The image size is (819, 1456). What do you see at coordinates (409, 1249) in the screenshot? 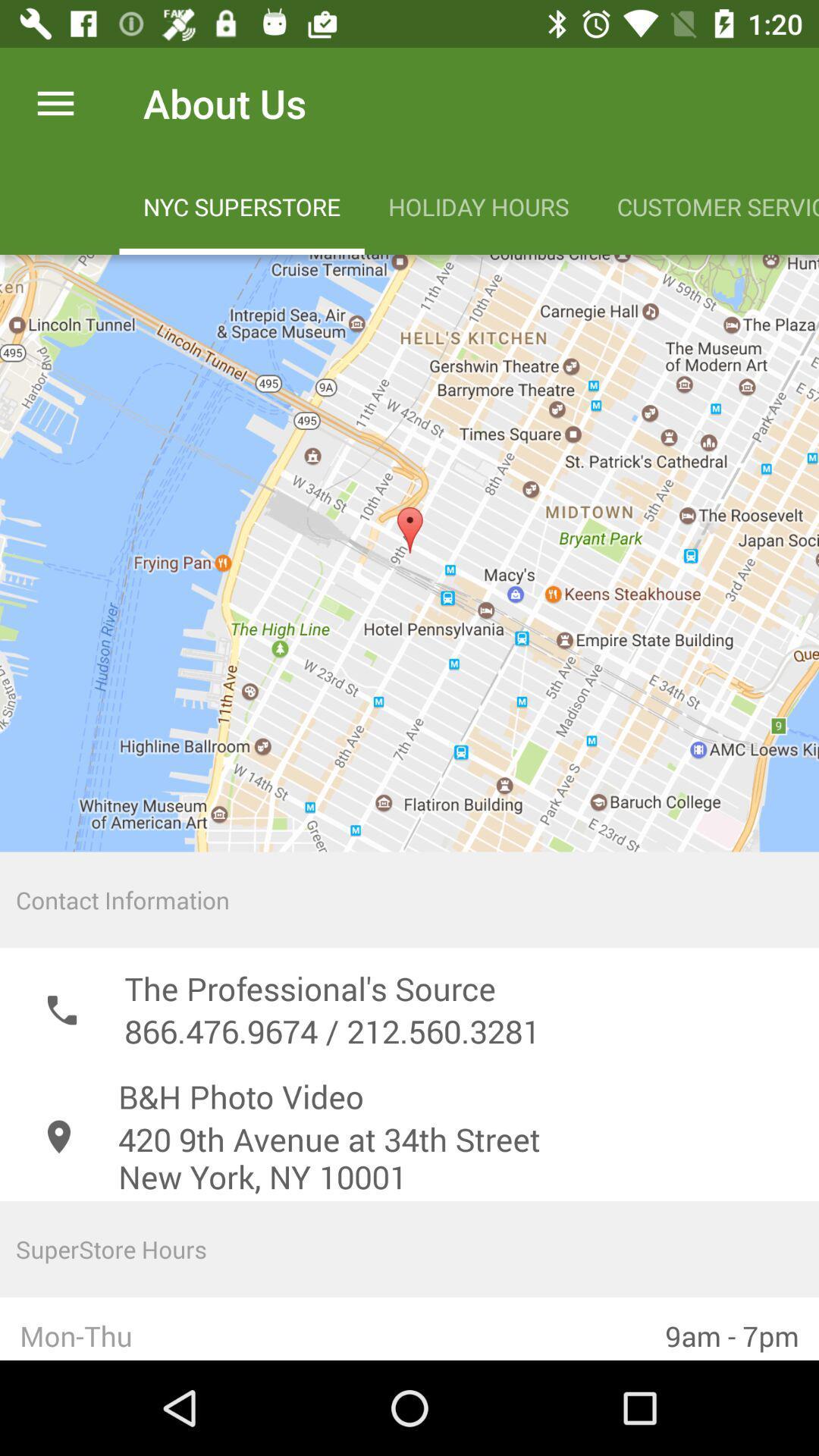
I see `the item above the mon-thu` at bounding box center [409, 1249].